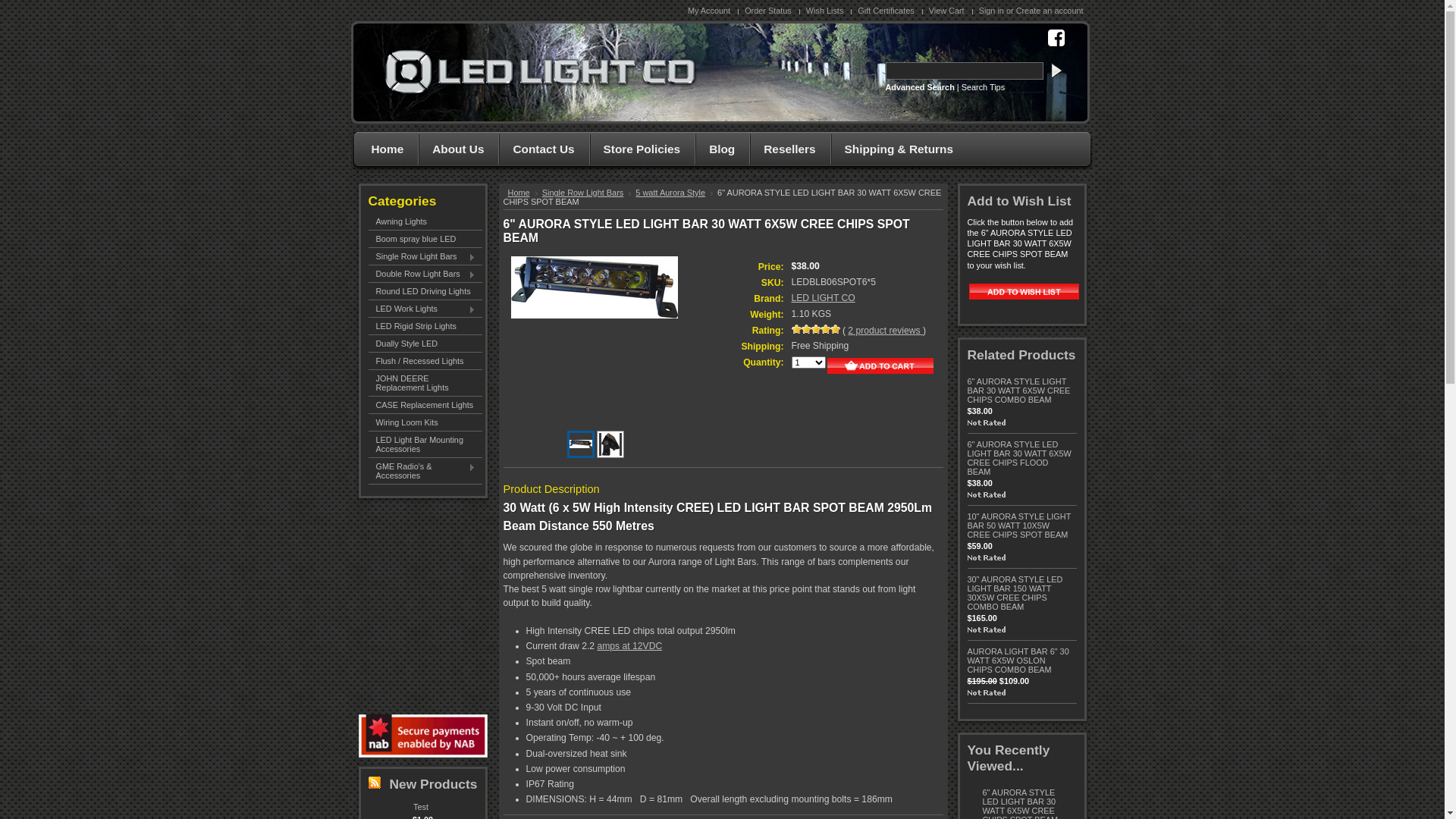 This screenshot has width=1456, height=819. Describe the element at coordinates (885, 87) in the screenshot. I see `'Advanced Search'` at that location.